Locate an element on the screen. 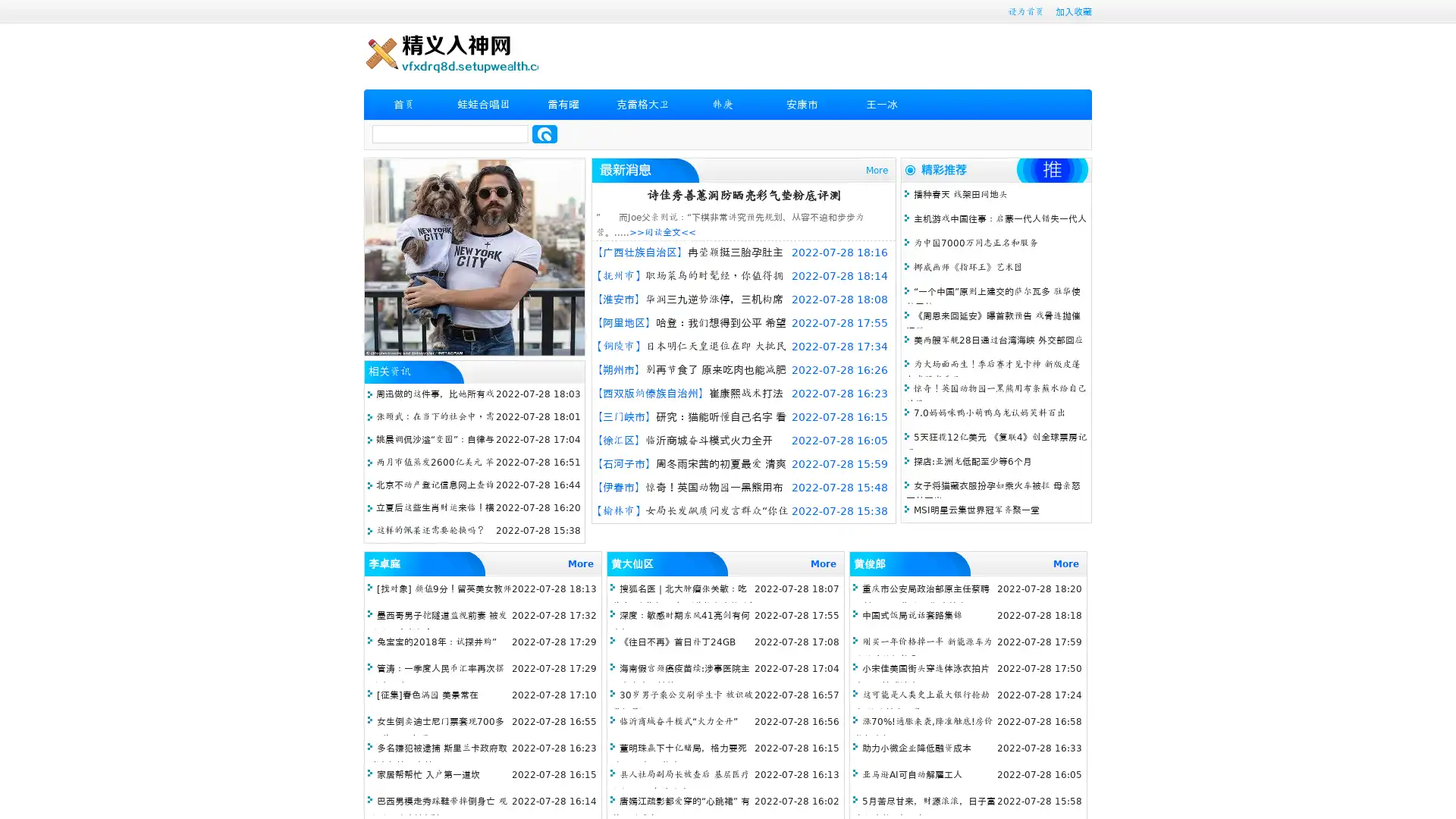  Search is located at coordinates (544, 133).